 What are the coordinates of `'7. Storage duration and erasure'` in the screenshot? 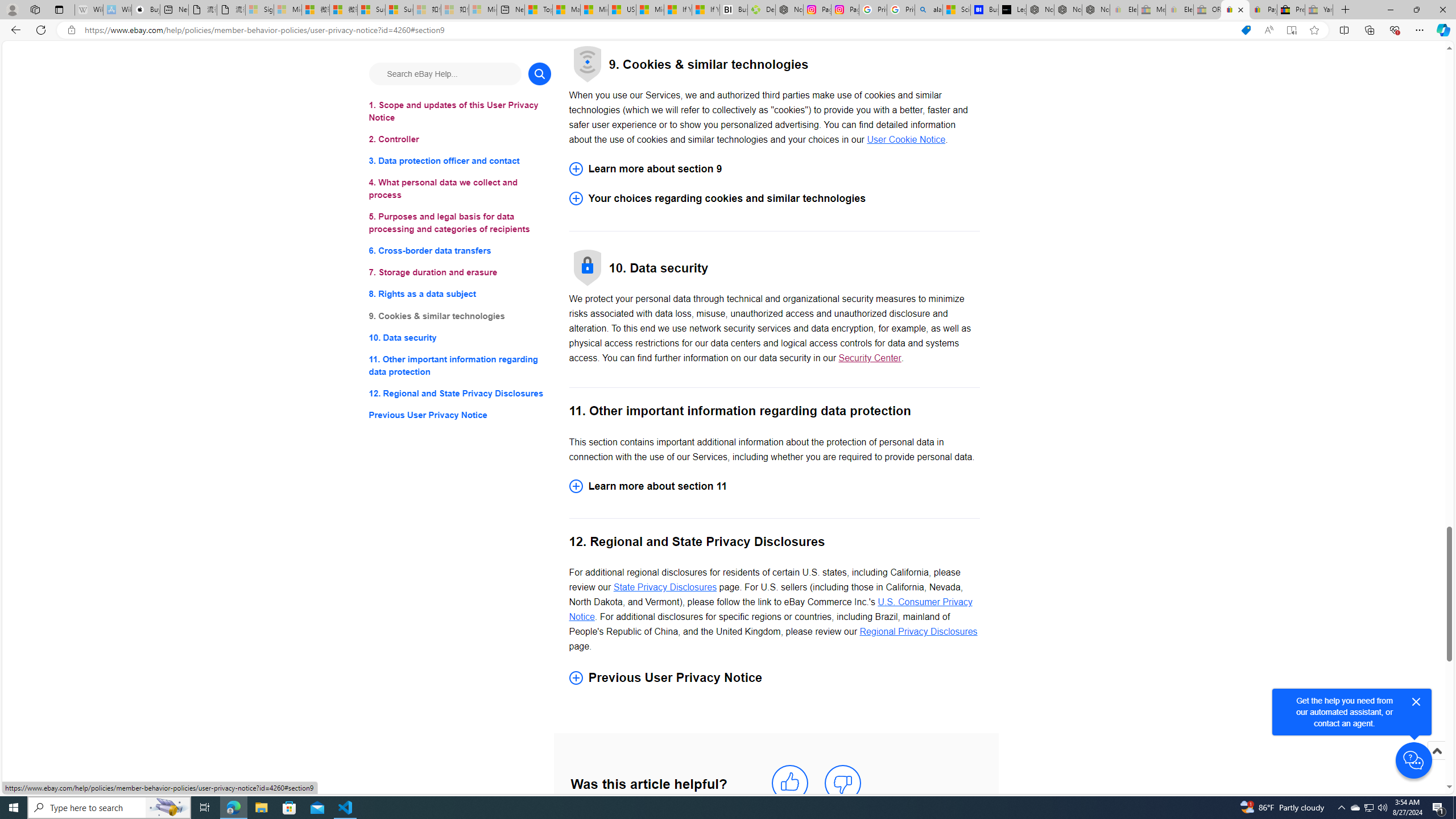 It's located at (459, 272).